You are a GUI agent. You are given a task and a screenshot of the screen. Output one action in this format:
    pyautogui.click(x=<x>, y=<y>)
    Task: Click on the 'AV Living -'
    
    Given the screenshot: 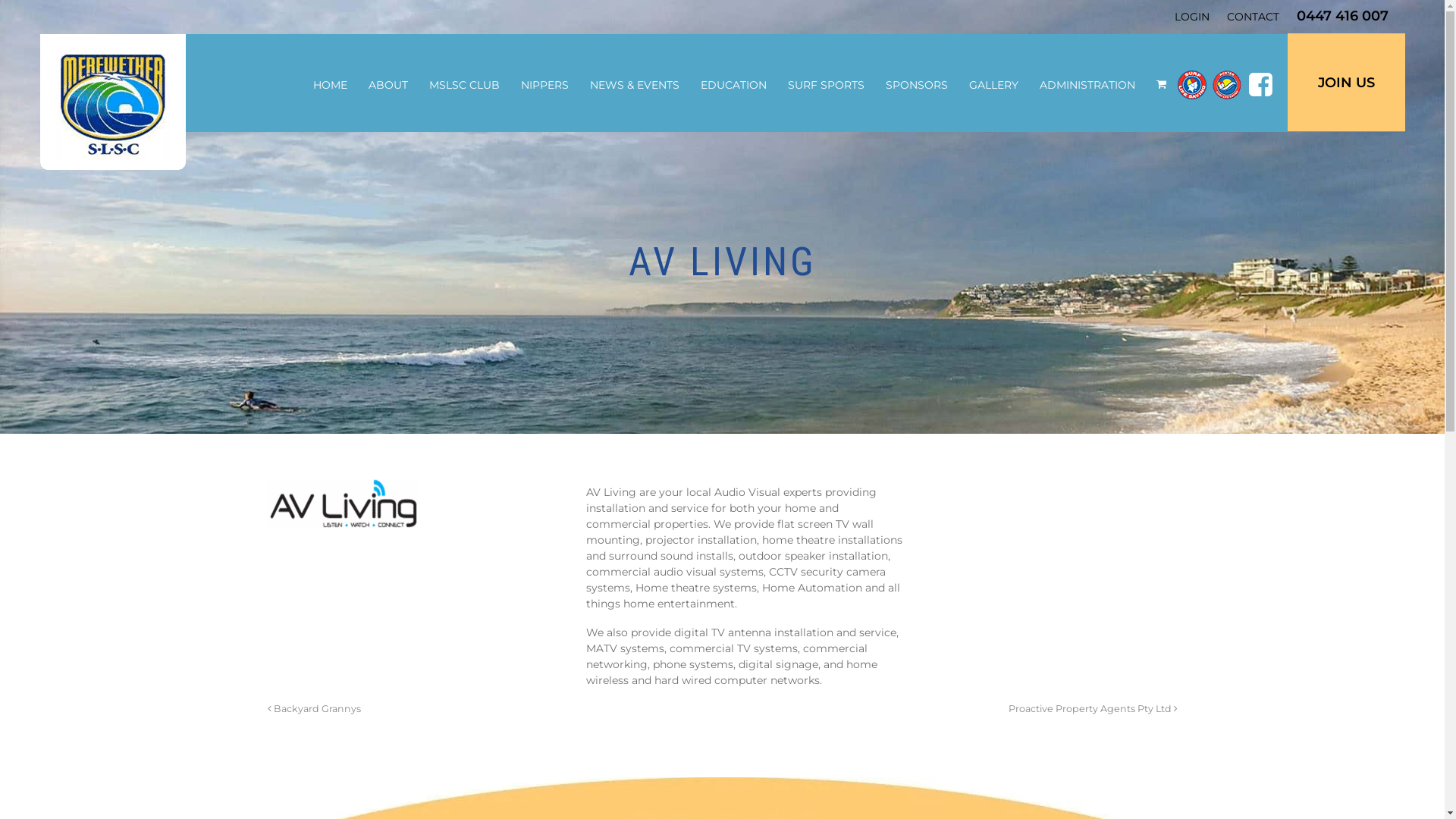 What is the action you would take?
    pyautogui.click(x=341, y=503)
    